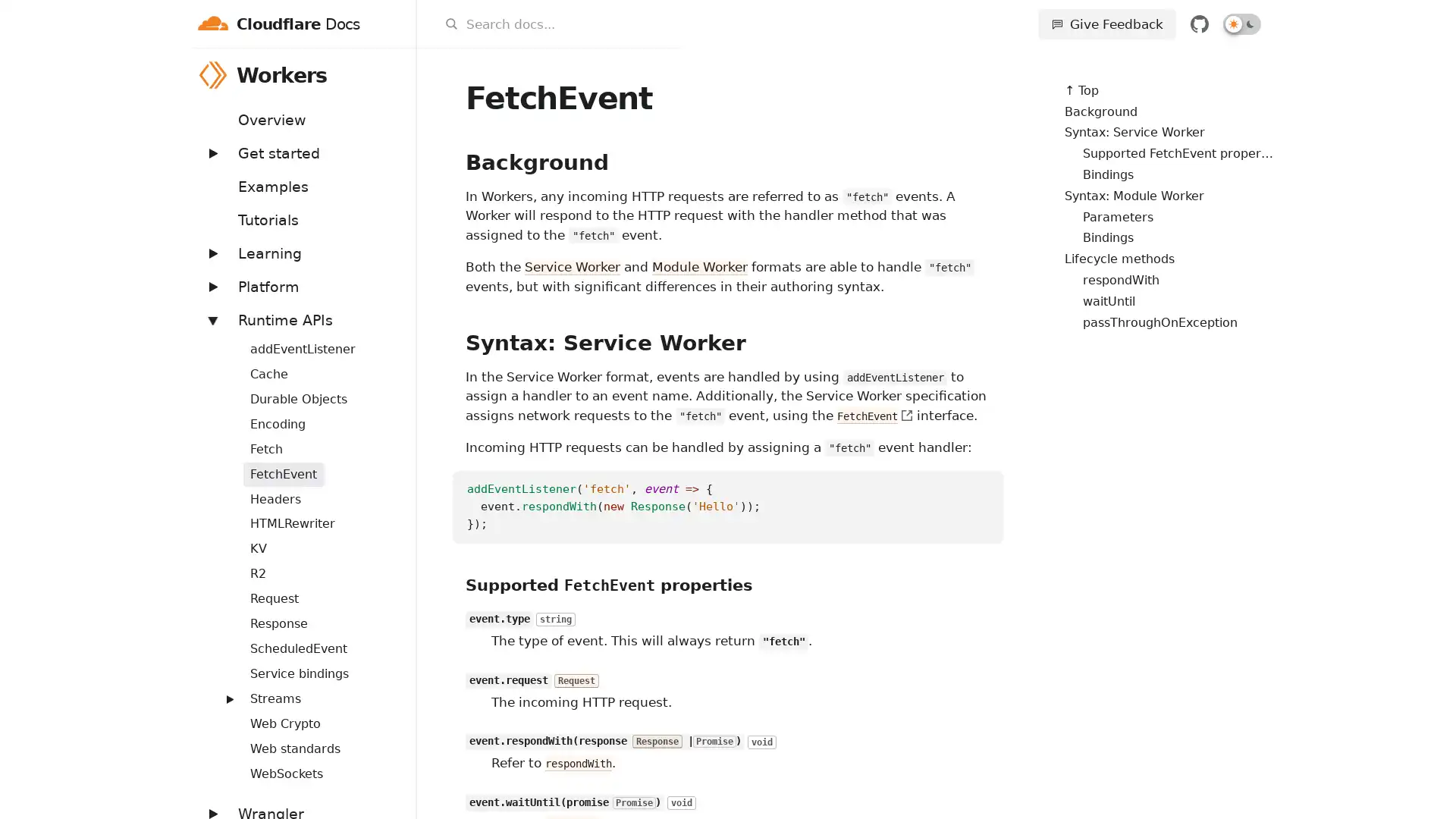 The width and height of the screenshot is (1456, 819). Describe the element at coordinates (221, 690) in the screenshot. I see `Expand: Workers Sites` at that location.